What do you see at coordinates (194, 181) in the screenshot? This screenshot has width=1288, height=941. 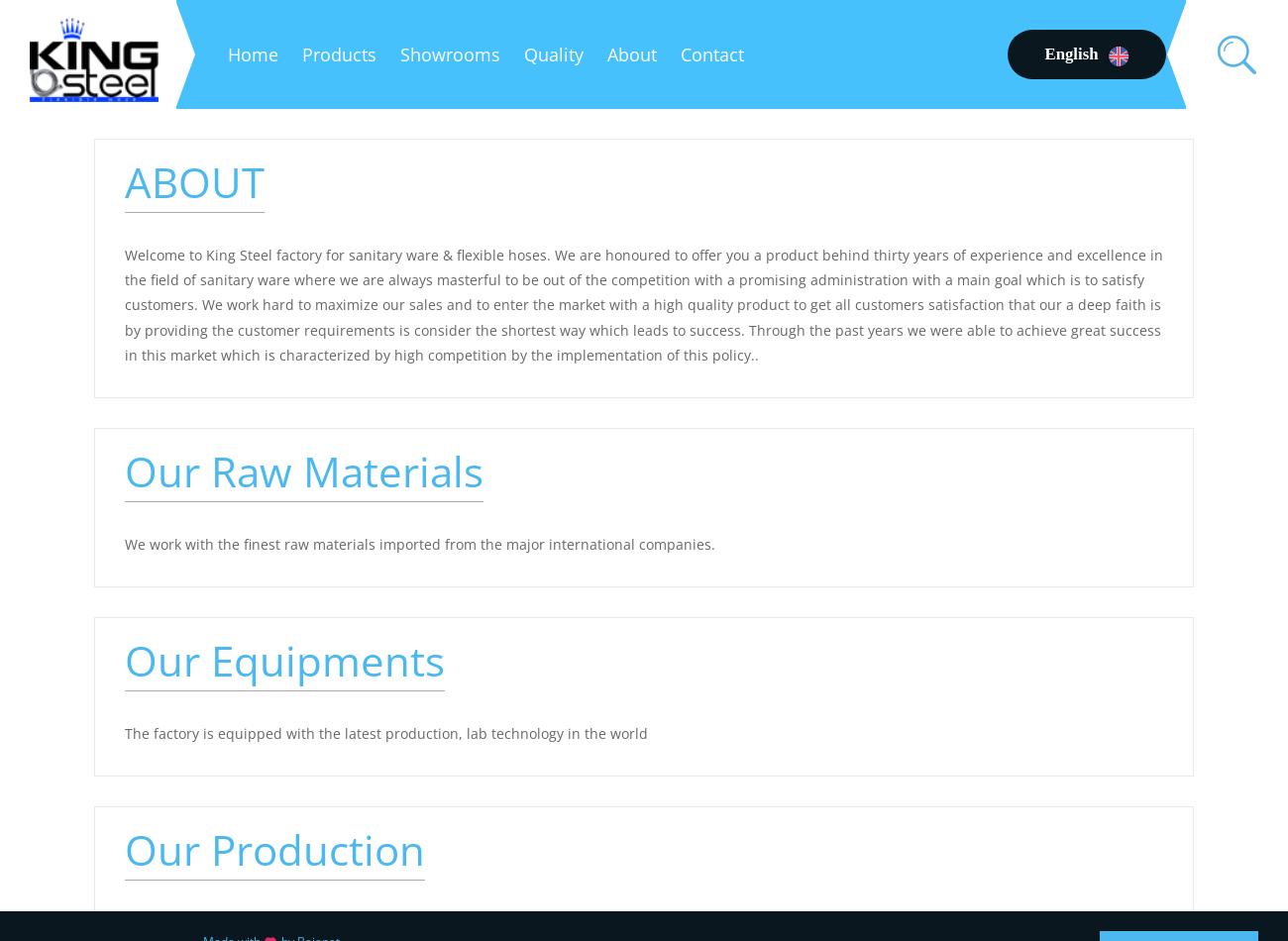 I see `'ABOUT'` at bounding box center [194, 181].